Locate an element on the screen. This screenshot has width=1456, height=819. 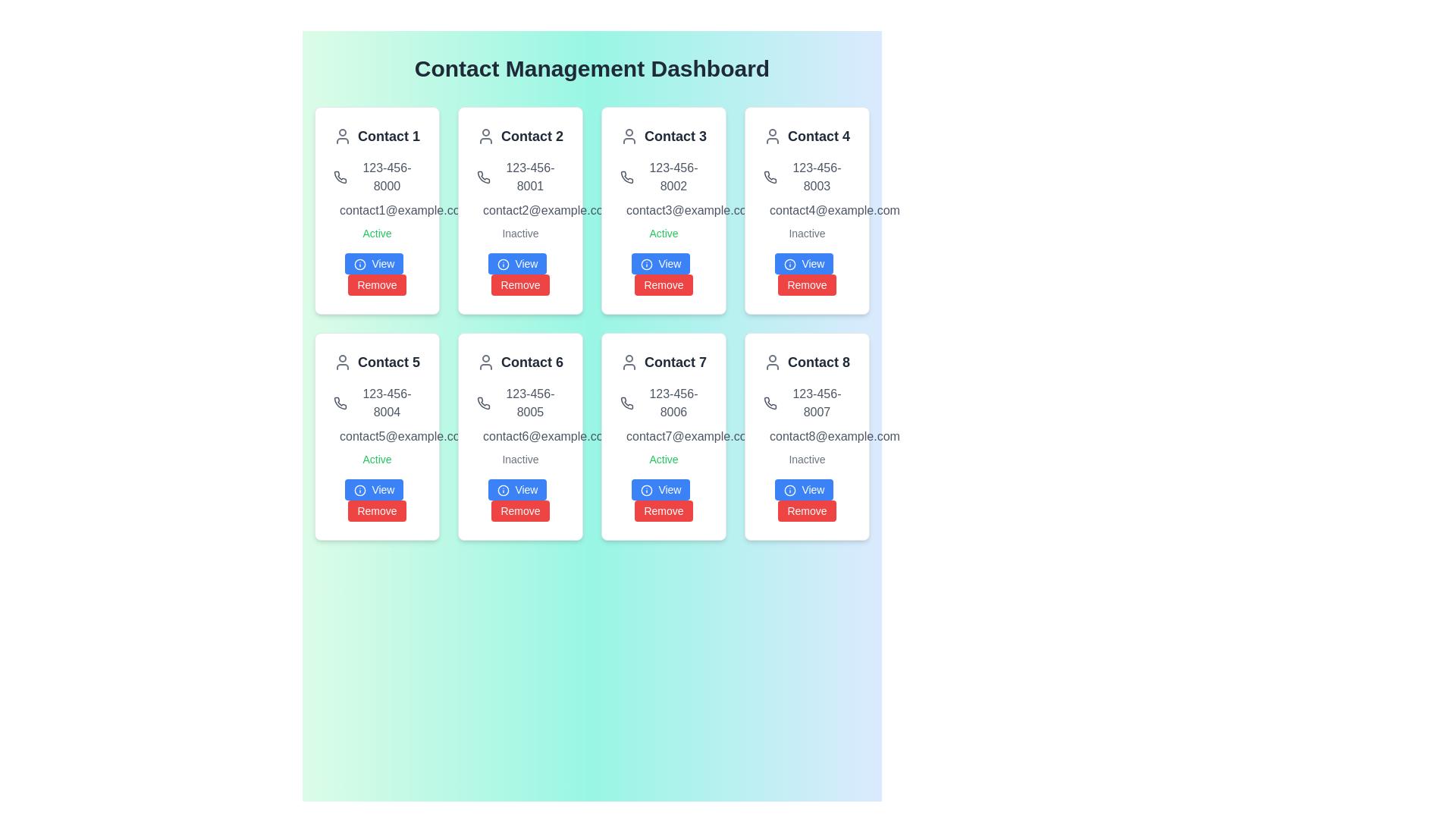
the red button in the Compound button group within the 'Contact 5' card is located at coordinates (377, 500).